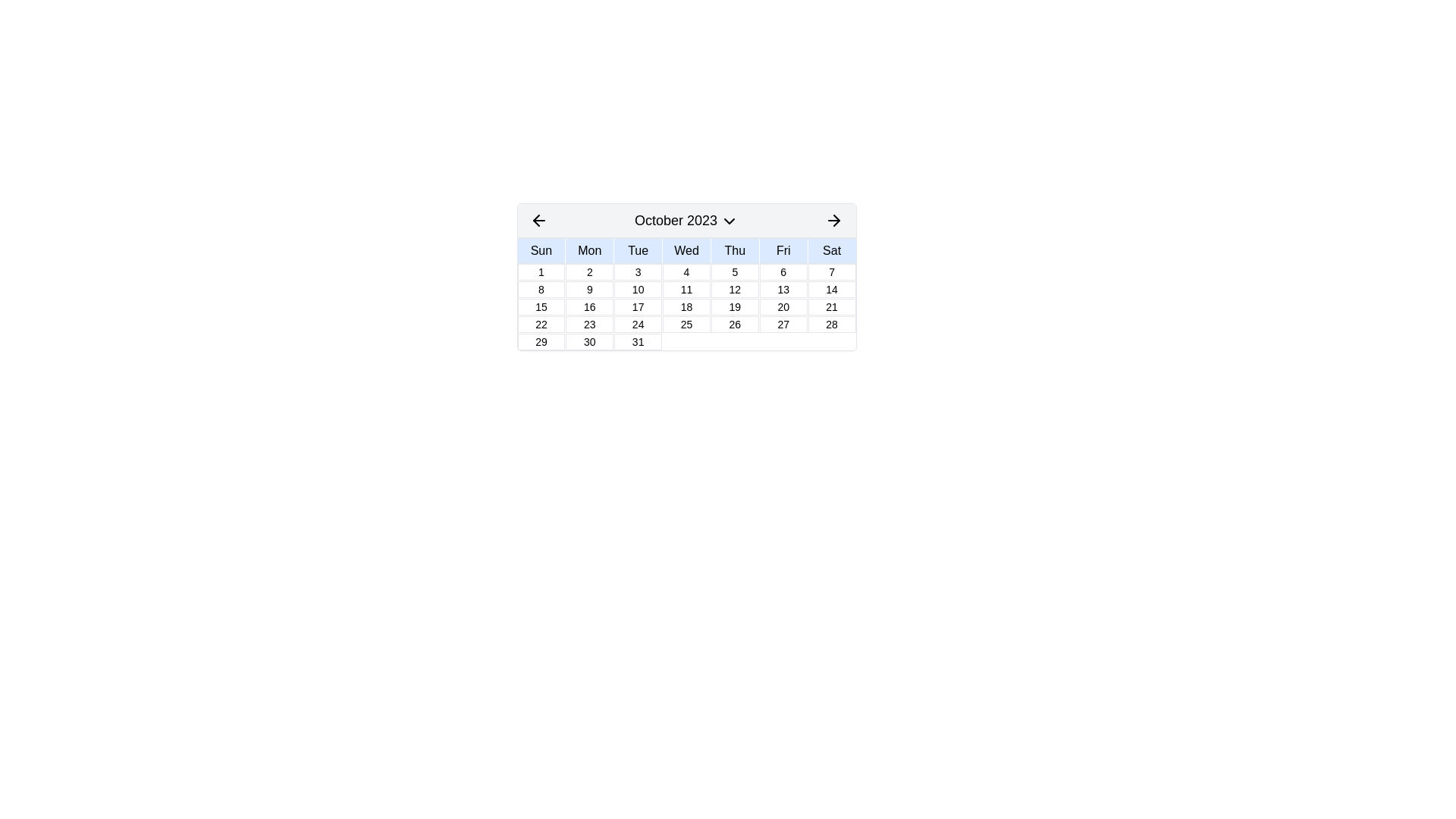 The width and height of the screenshot is (1456, 819). I want to click on the navigation button (arrow) located in the upper-right area of the calendar interface to proceed to the next period, so click(836, 220).